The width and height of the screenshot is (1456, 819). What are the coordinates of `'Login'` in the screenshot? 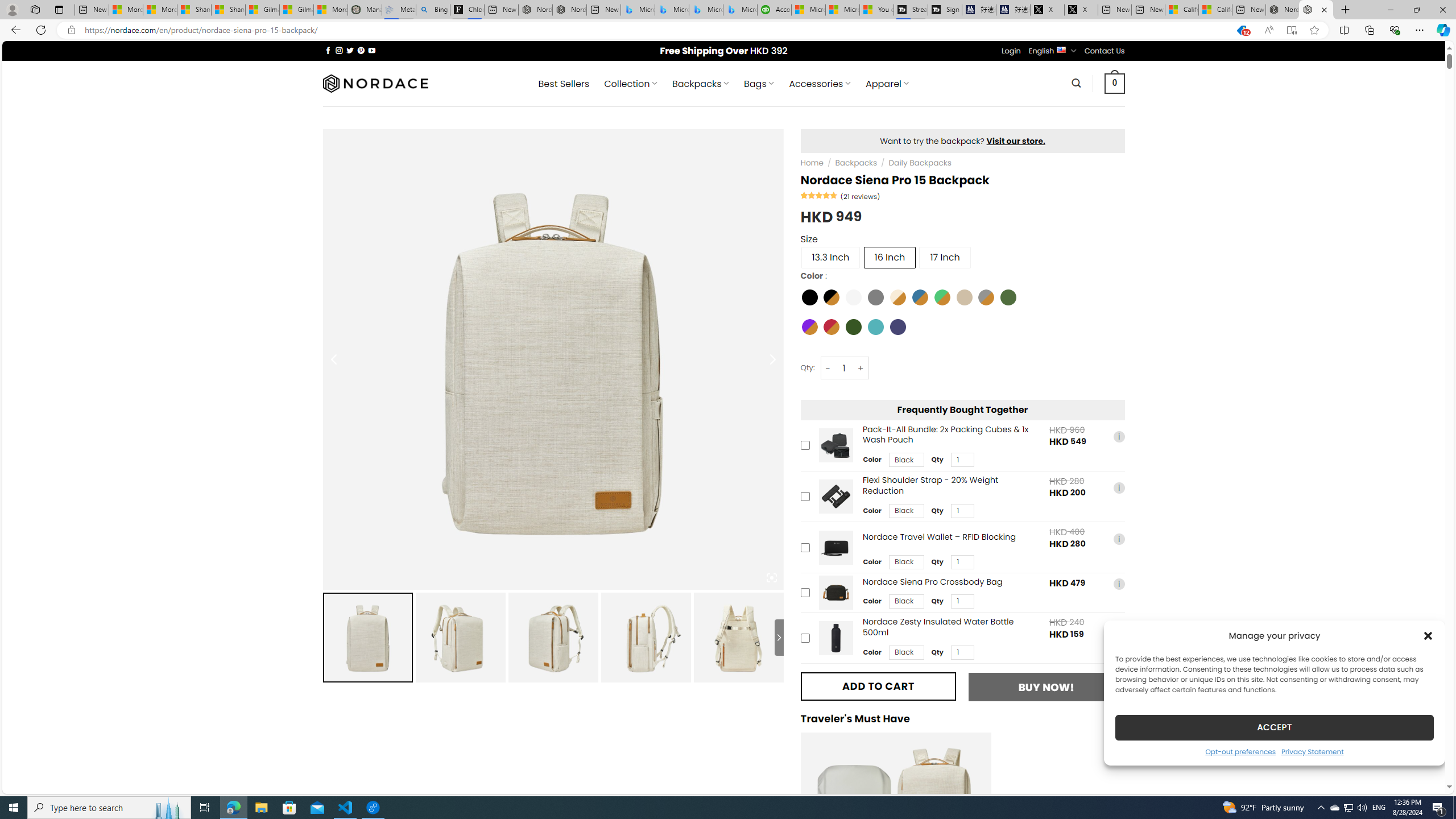 It's located at (1011, 51).